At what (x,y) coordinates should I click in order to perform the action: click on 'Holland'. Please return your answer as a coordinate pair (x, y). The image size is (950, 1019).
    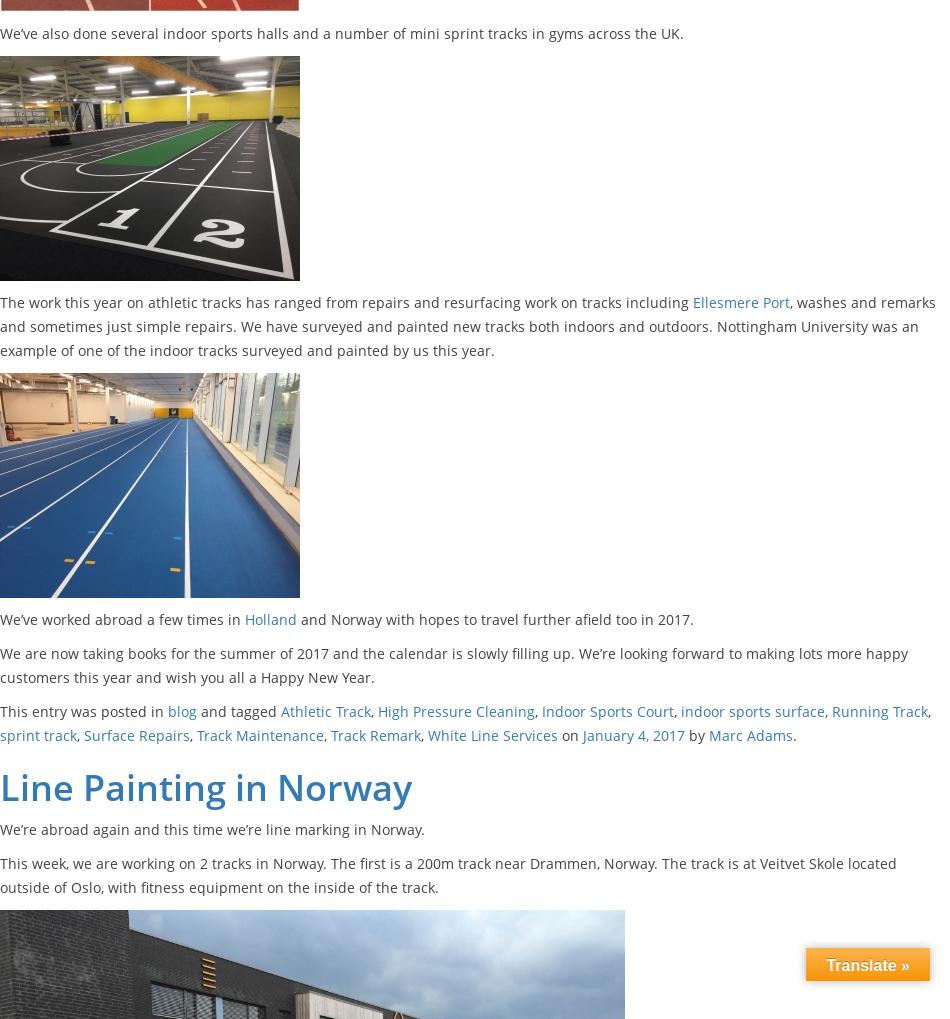
    Looking at the image, I should click on (268, 619).